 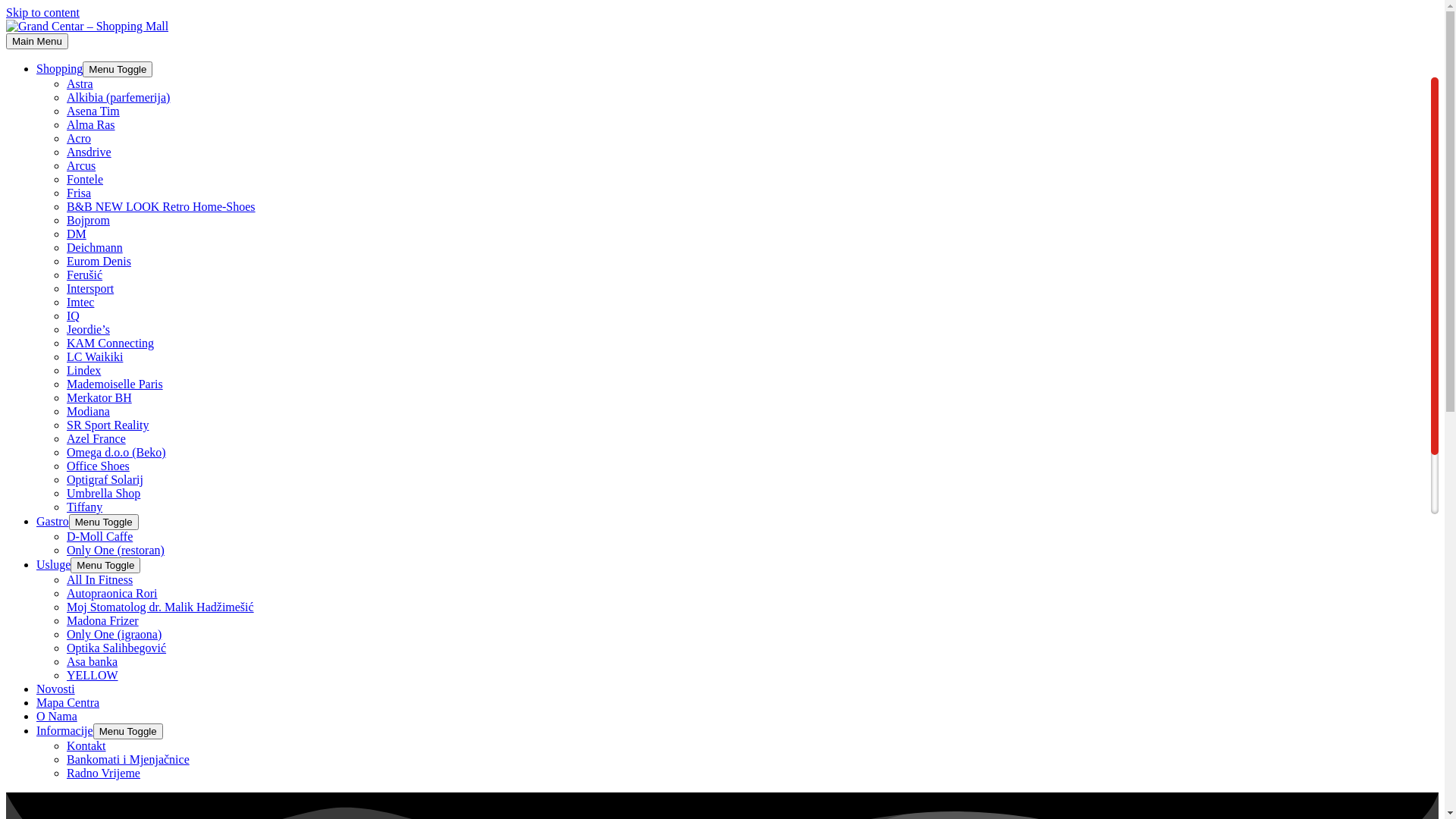 I want to click on 'Main Menu', so click(x=6, y=40).